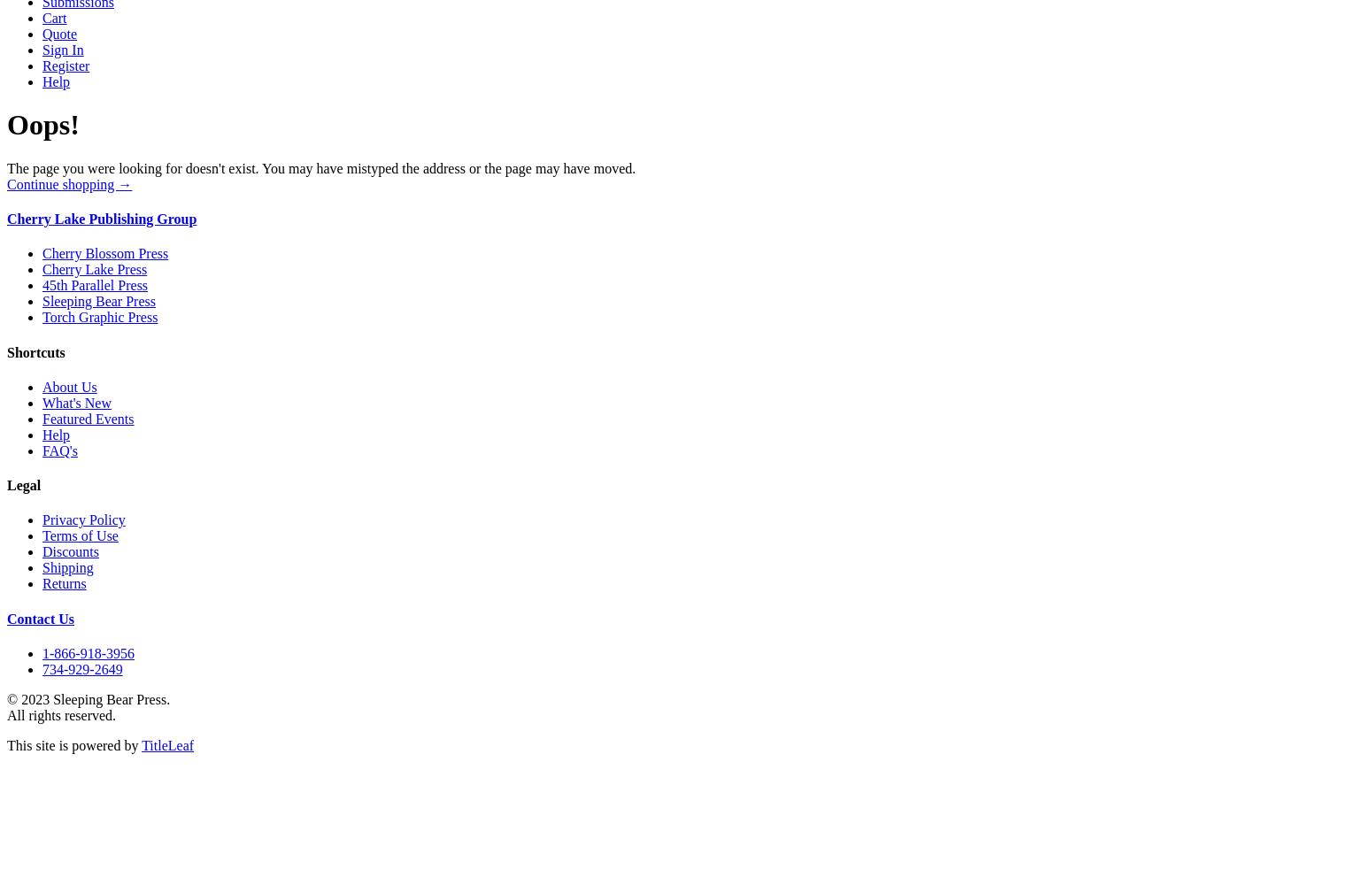 Image resolution: width=1372 pixels, height=885 pixels. I want to click on 'TitleLeaf', so click(166, 743).